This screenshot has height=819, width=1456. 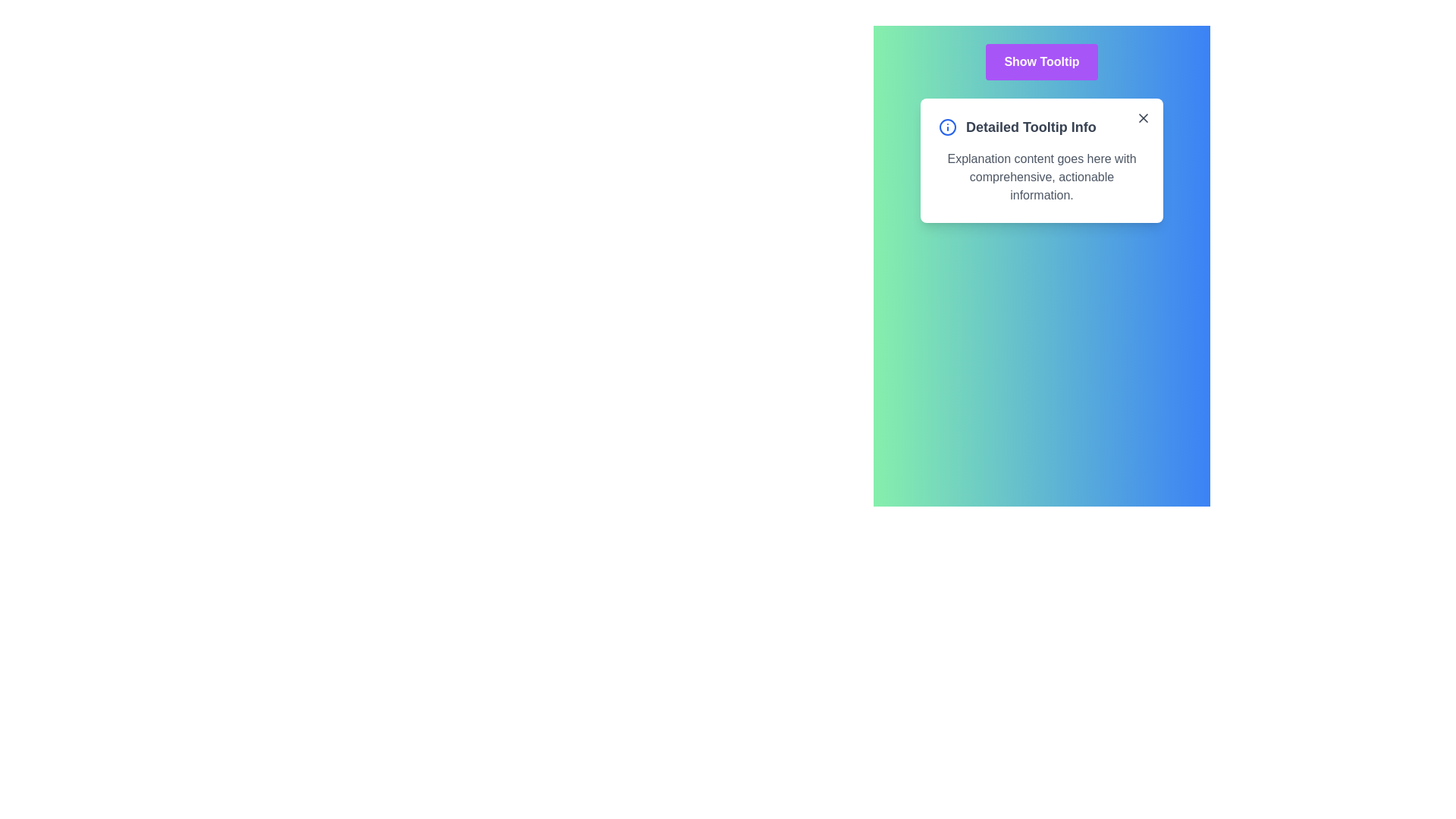 What do you see at coordinates (946, 127) in the screenshot?
I see `the circular shape with a blue outline that is part of the SVG graphic representing an 'info' symbol within the tooltip icon` at bounding box center [946, 127].